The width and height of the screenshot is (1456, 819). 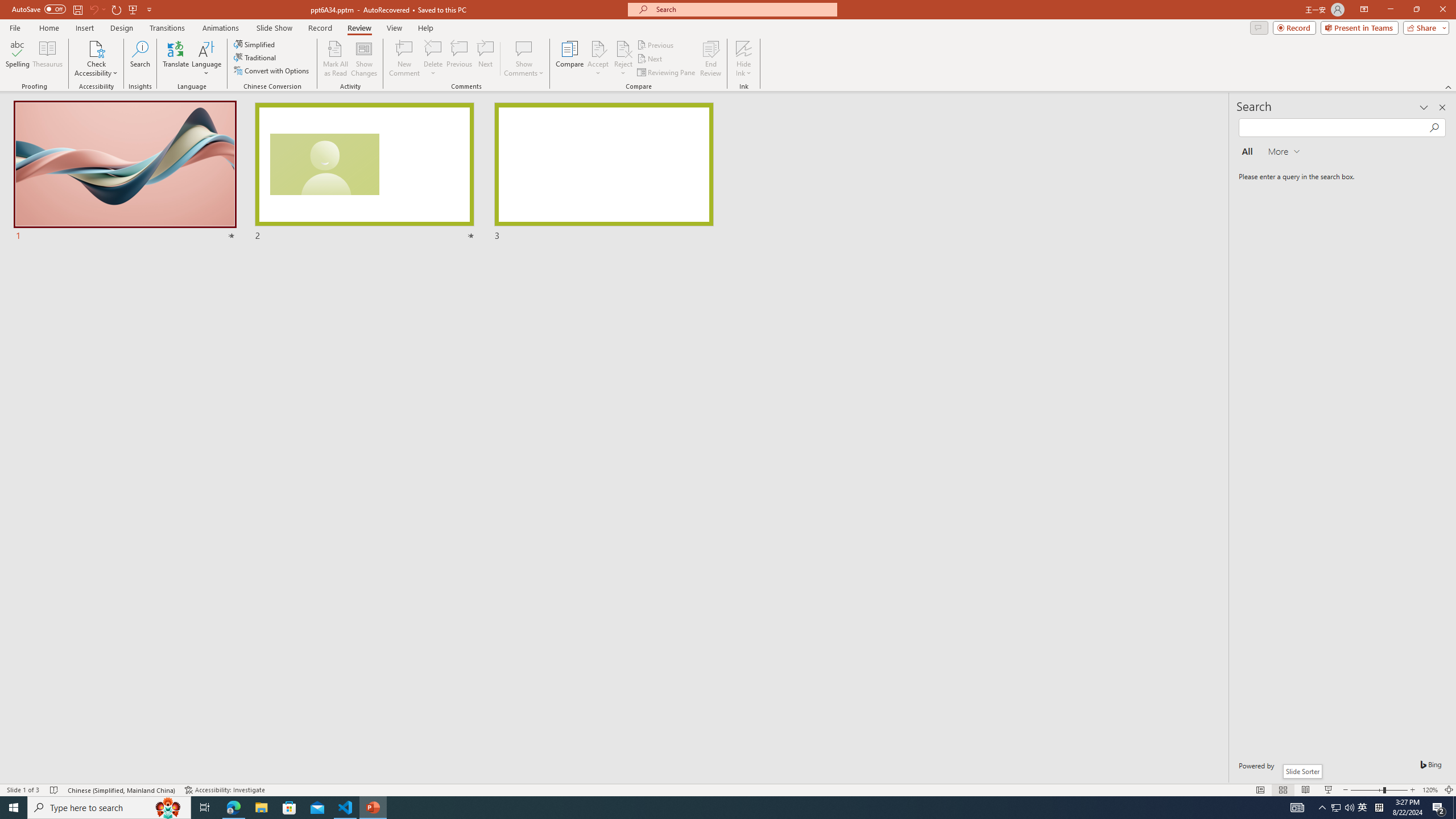 What do you see at coordinates (1301, 771) in the screenshot?
I see `'Slide Sorter'` at bounding box center [1301, 771].